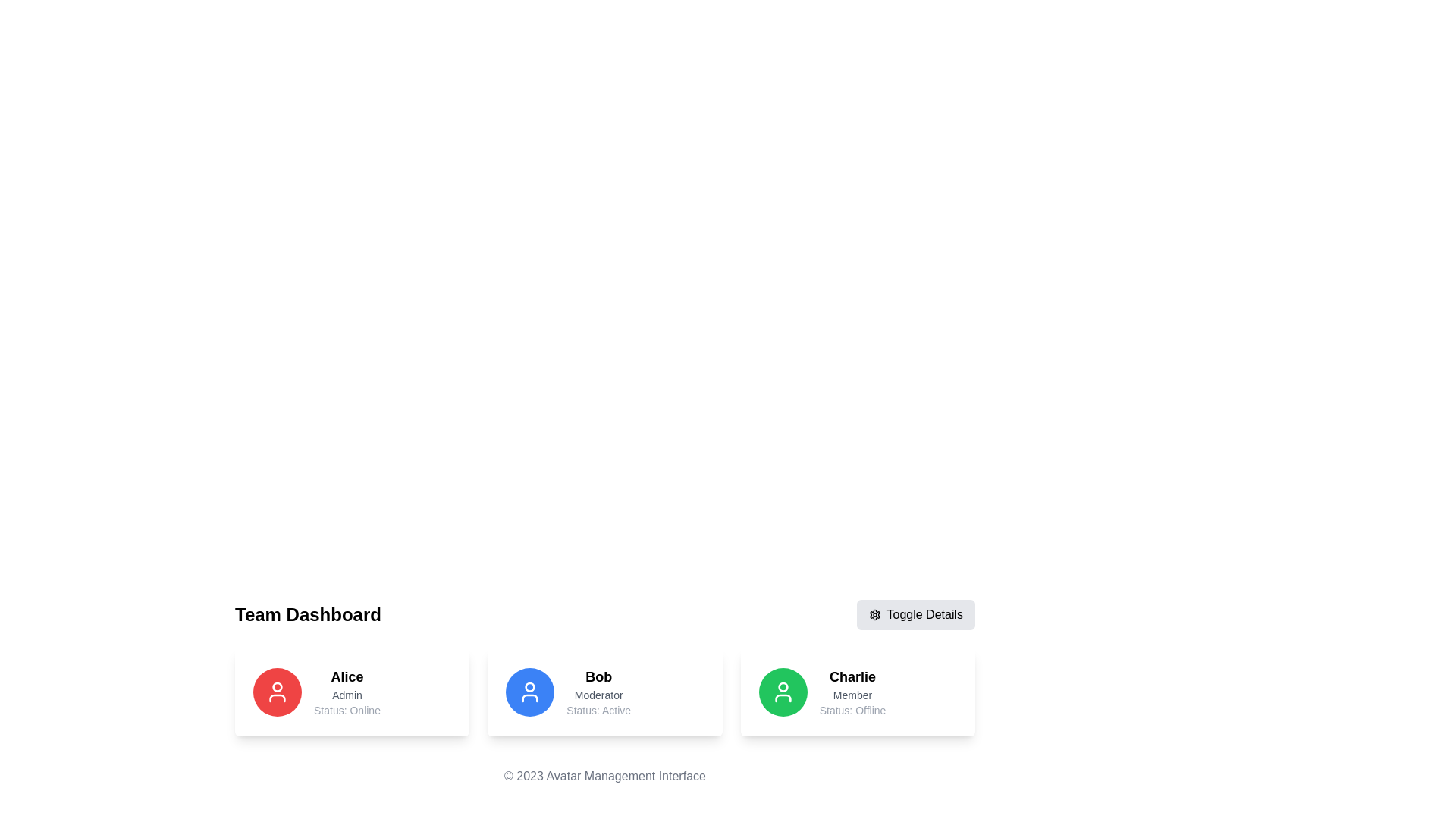 This screenshot has height=819, width=1456. Describe the element at coordinates (598, 711) in the screenshot. I see `the text label indicating the current status of 'Bob', which shows 'Active', located under the header 'Bob' and below the title 'Moderator'` at that location.